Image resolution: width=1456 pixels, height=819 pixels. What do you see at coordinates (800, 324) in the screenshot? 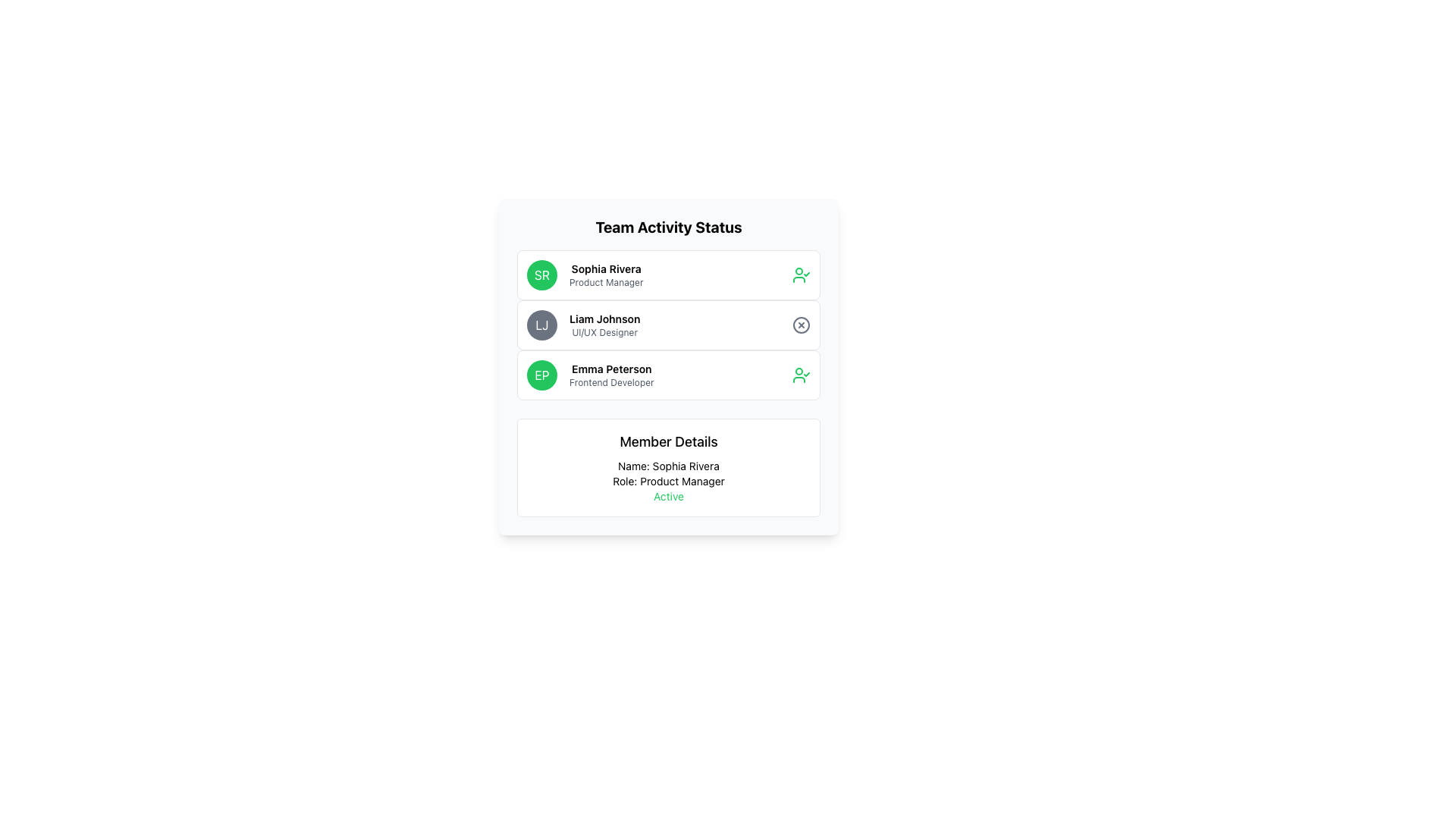
I see `the circular close symbol with a cross inside, located on the right side of the middle list item in the team activity status section next to 'Liam Johnson'` at bounding box center [800, 324].